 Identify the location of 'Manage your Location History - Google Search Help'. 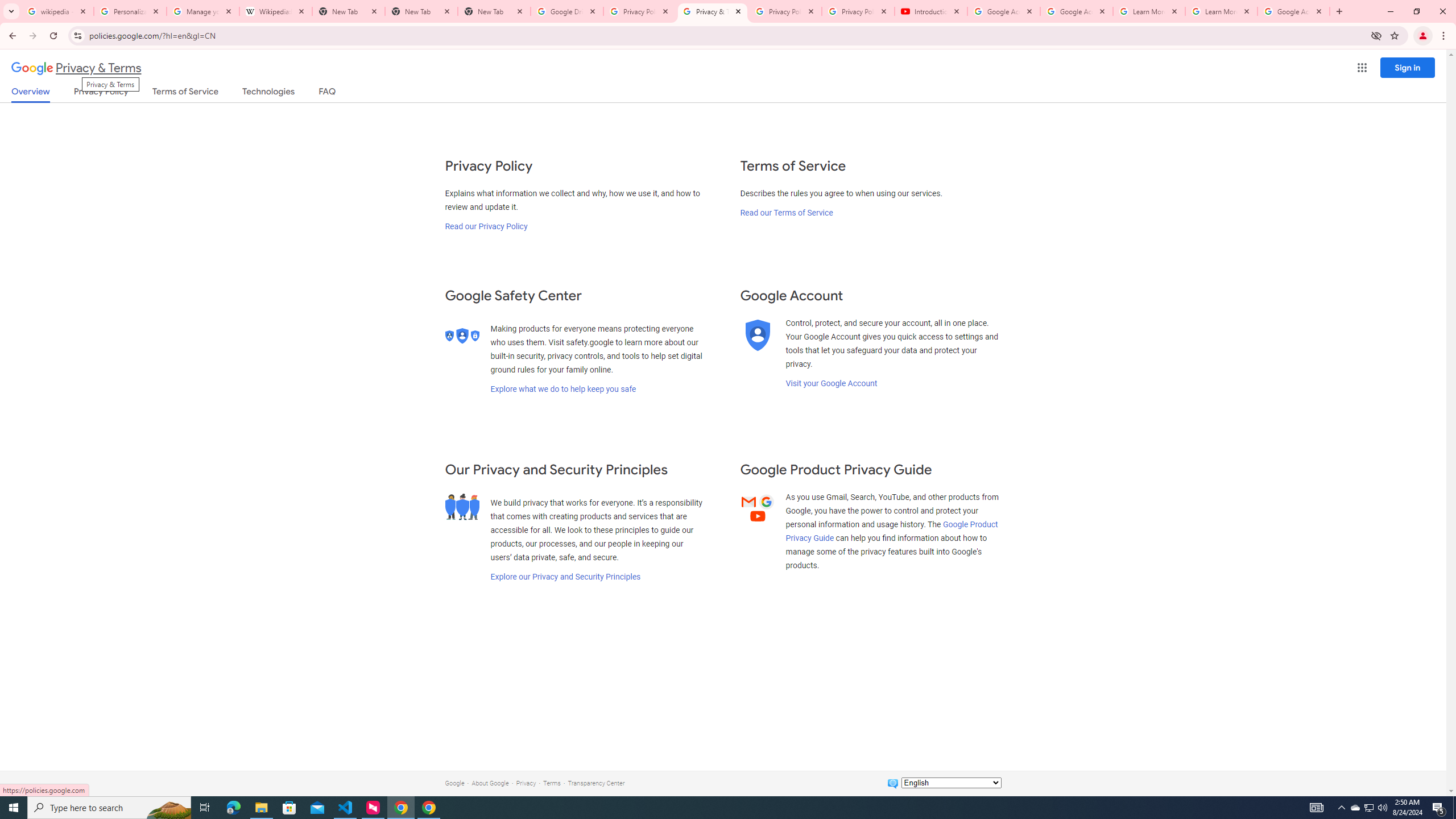
(202, 11).